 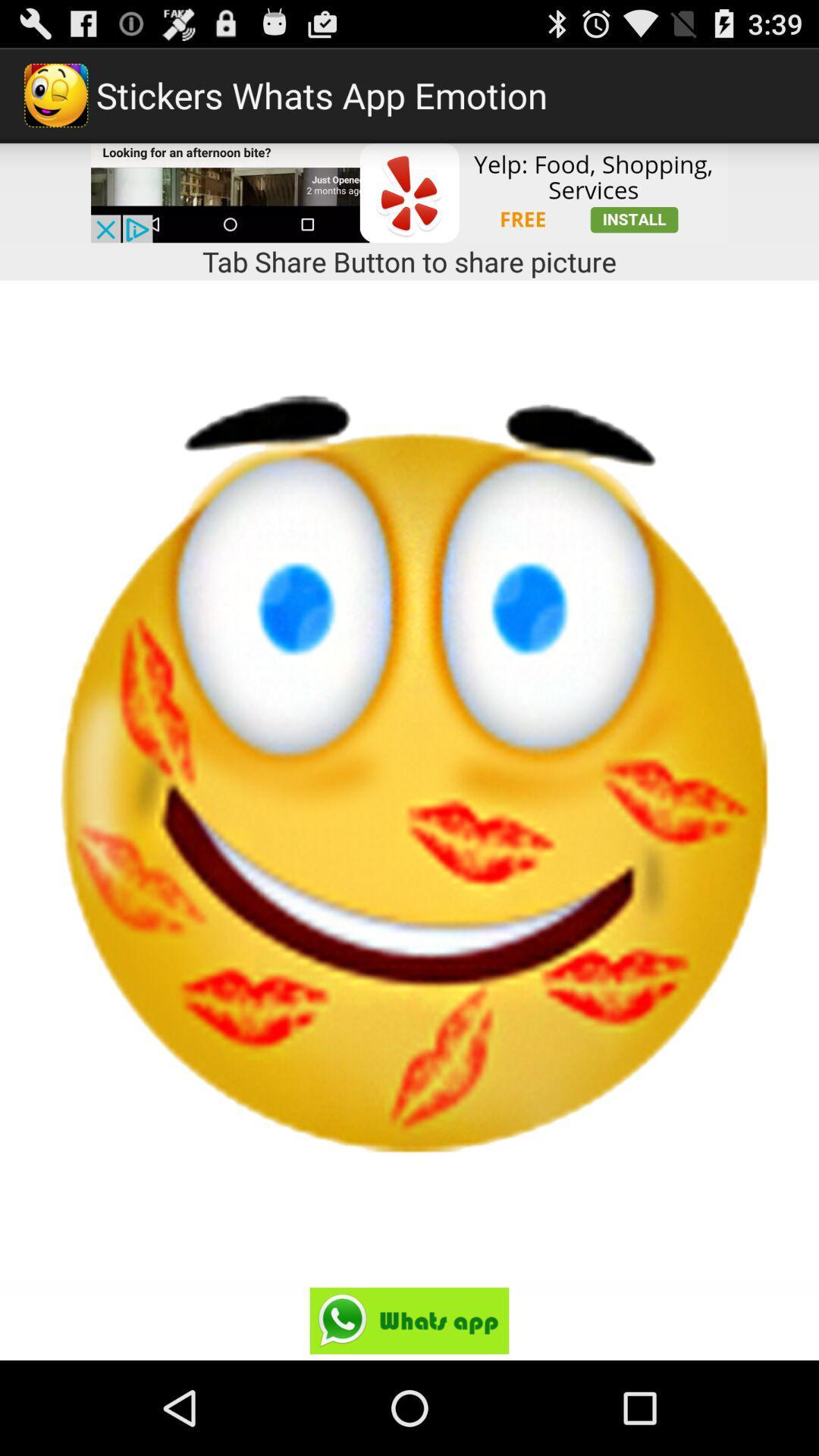 What do you see at coordinates (409, 1319) in the screenshot?
I see `share on whatsapp` at bounding box center [409, 1319].